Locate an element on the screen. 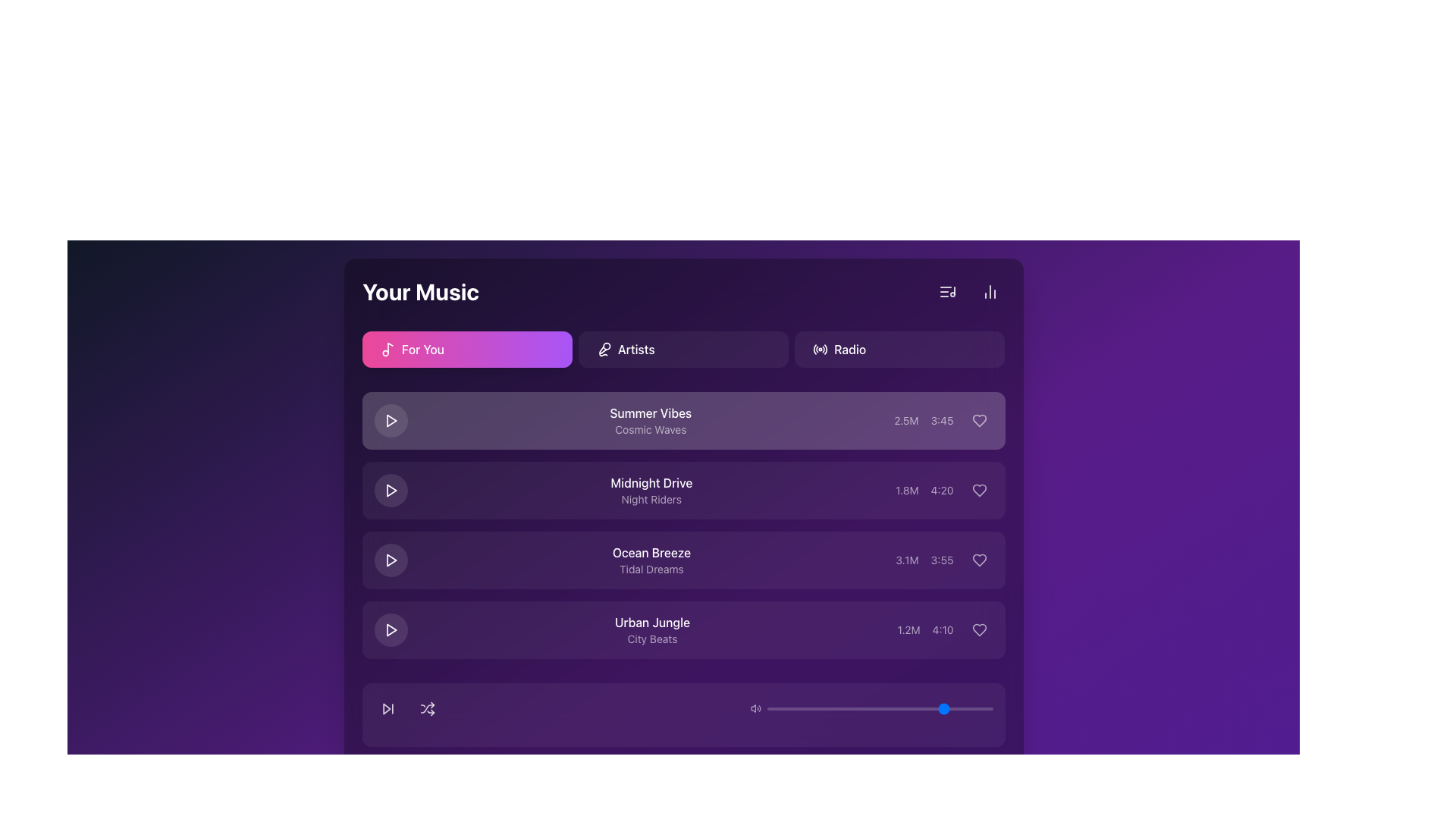 The height and width of the screenshot is (819, 1456). text of the Text Label that serves as the title for a music track item, located in the third row of the music track list, above the subtitle 'Tidal Dreams' and to the right of the play button icon is located at coordinates (651, 553).